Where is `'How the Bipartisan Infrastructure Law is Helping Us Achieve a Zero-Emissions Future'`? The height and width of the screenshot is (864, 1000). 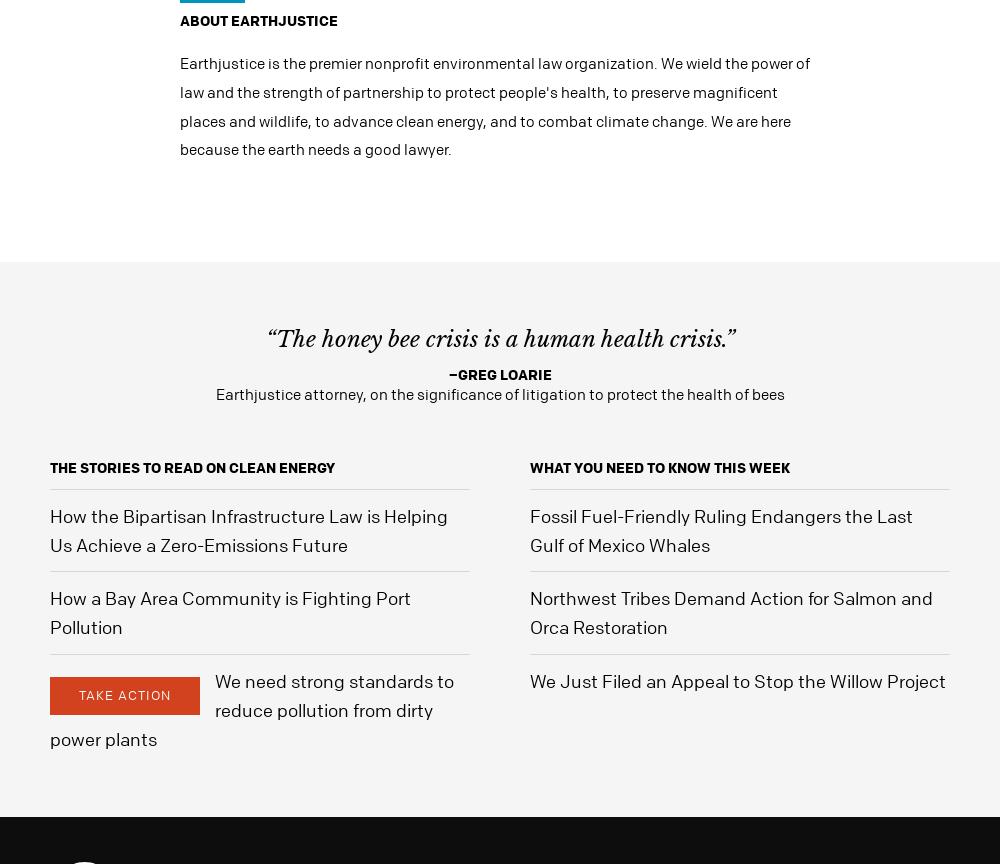 'How the Bipartisan Infrastructure Law is Helping Us Achieve a Zero-Emissions Future' is located at coordinates (50, 529).